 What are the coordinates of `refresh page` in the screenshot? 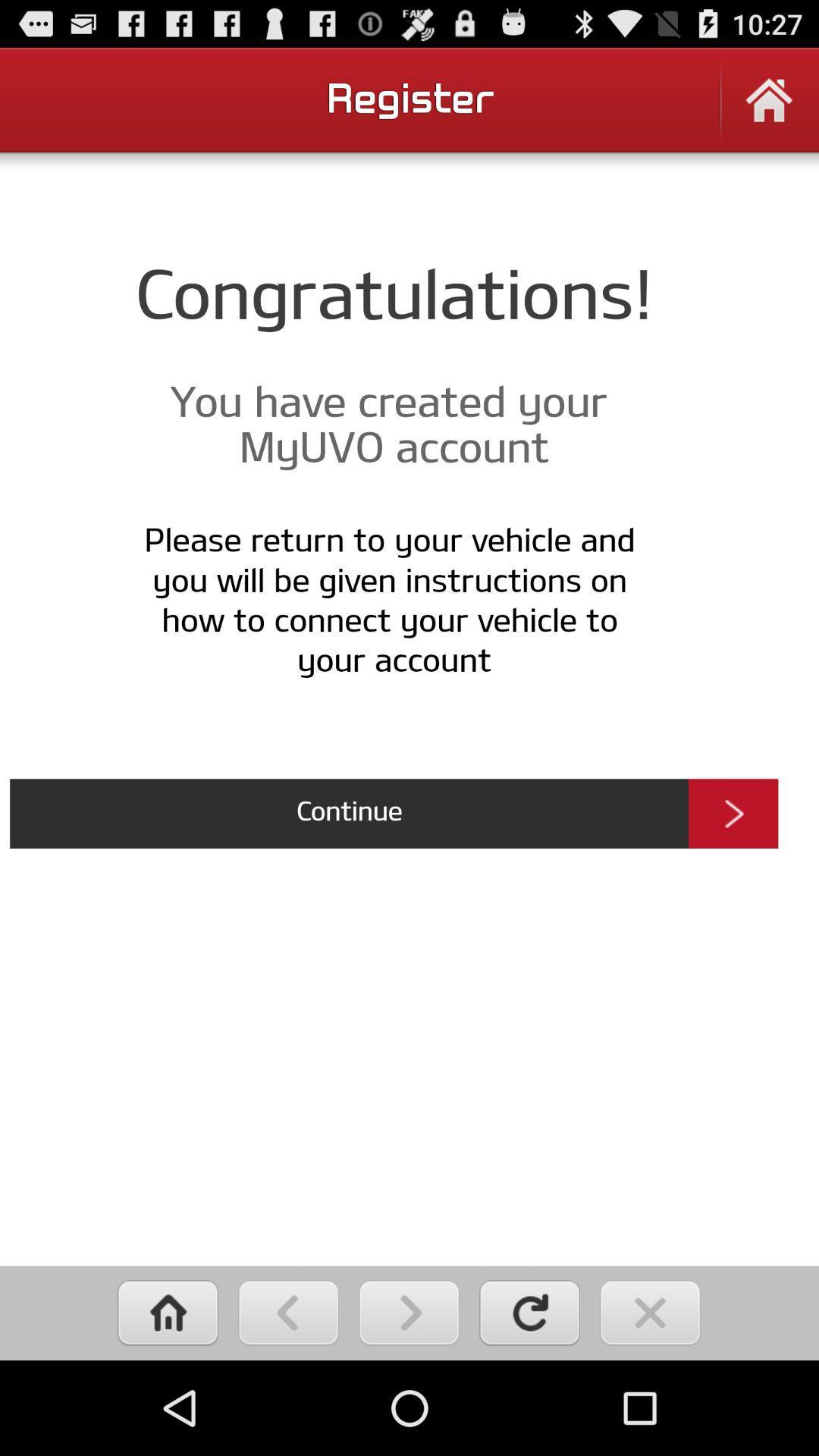 It's located at (529, 1312).